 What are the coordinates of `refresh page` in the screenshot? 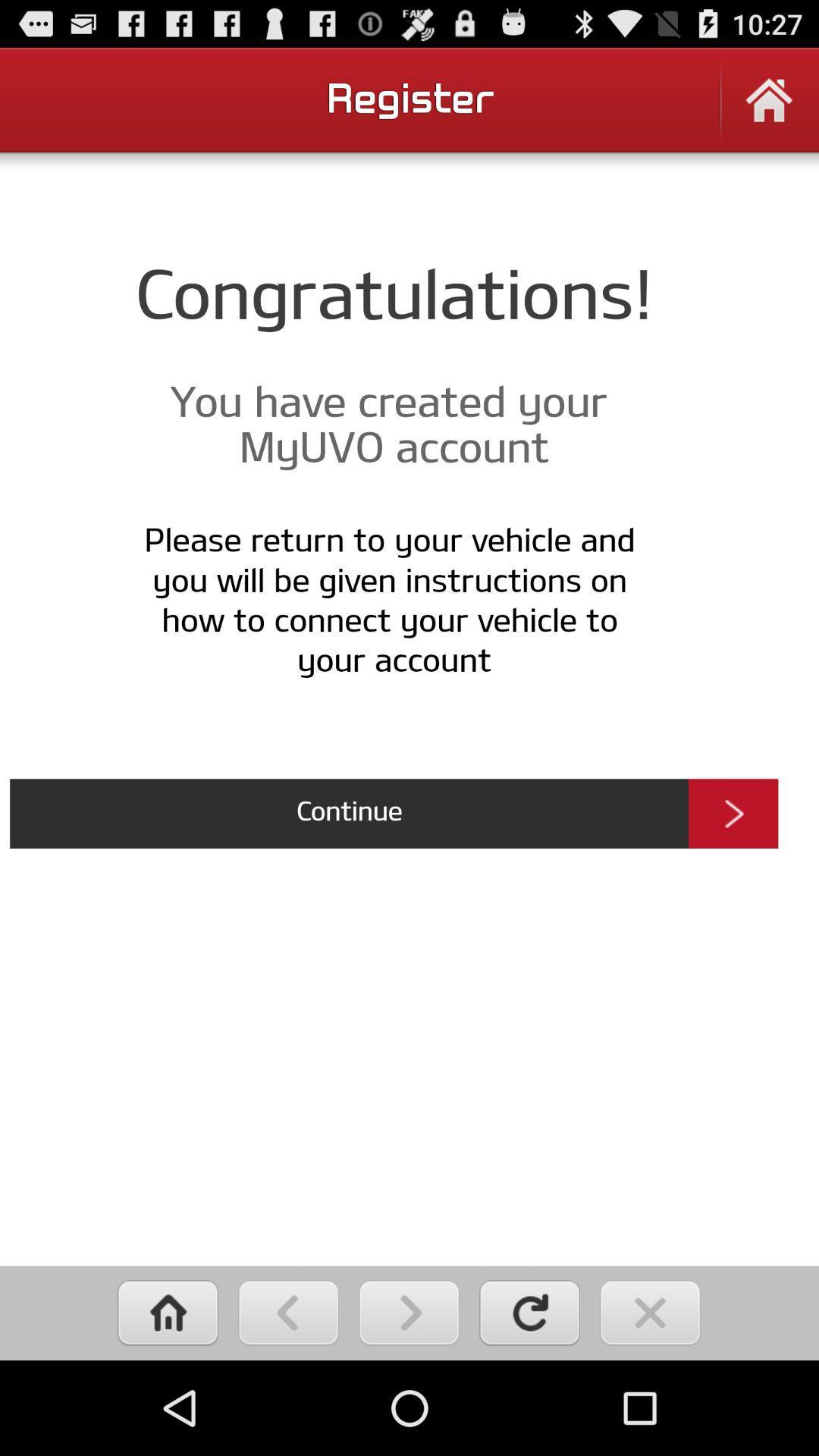 It's located at (529, 1312).